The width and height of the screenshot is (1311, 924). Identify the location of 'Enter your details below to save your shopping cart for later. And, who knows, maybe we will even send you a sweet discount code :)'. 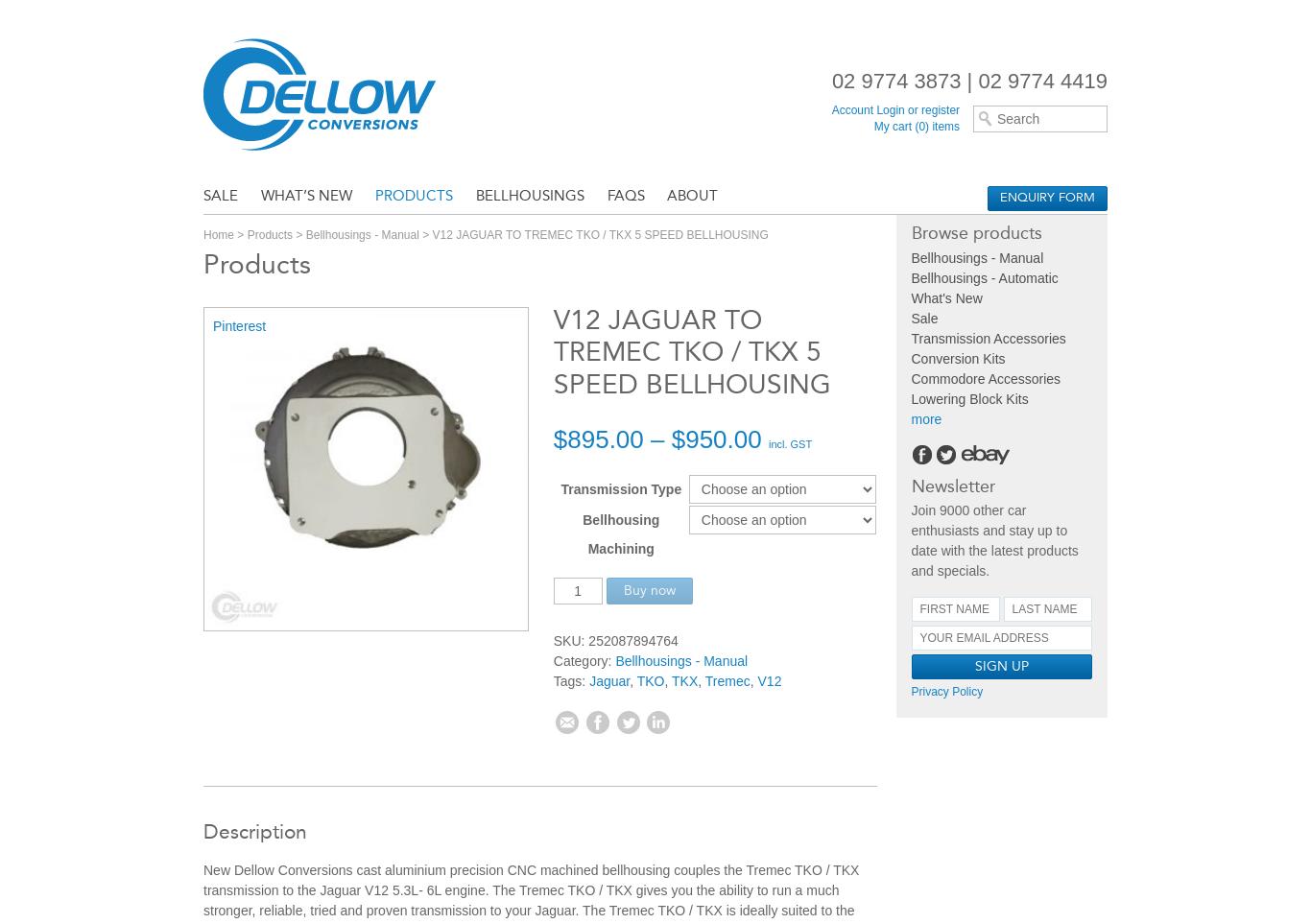
(648, 658).